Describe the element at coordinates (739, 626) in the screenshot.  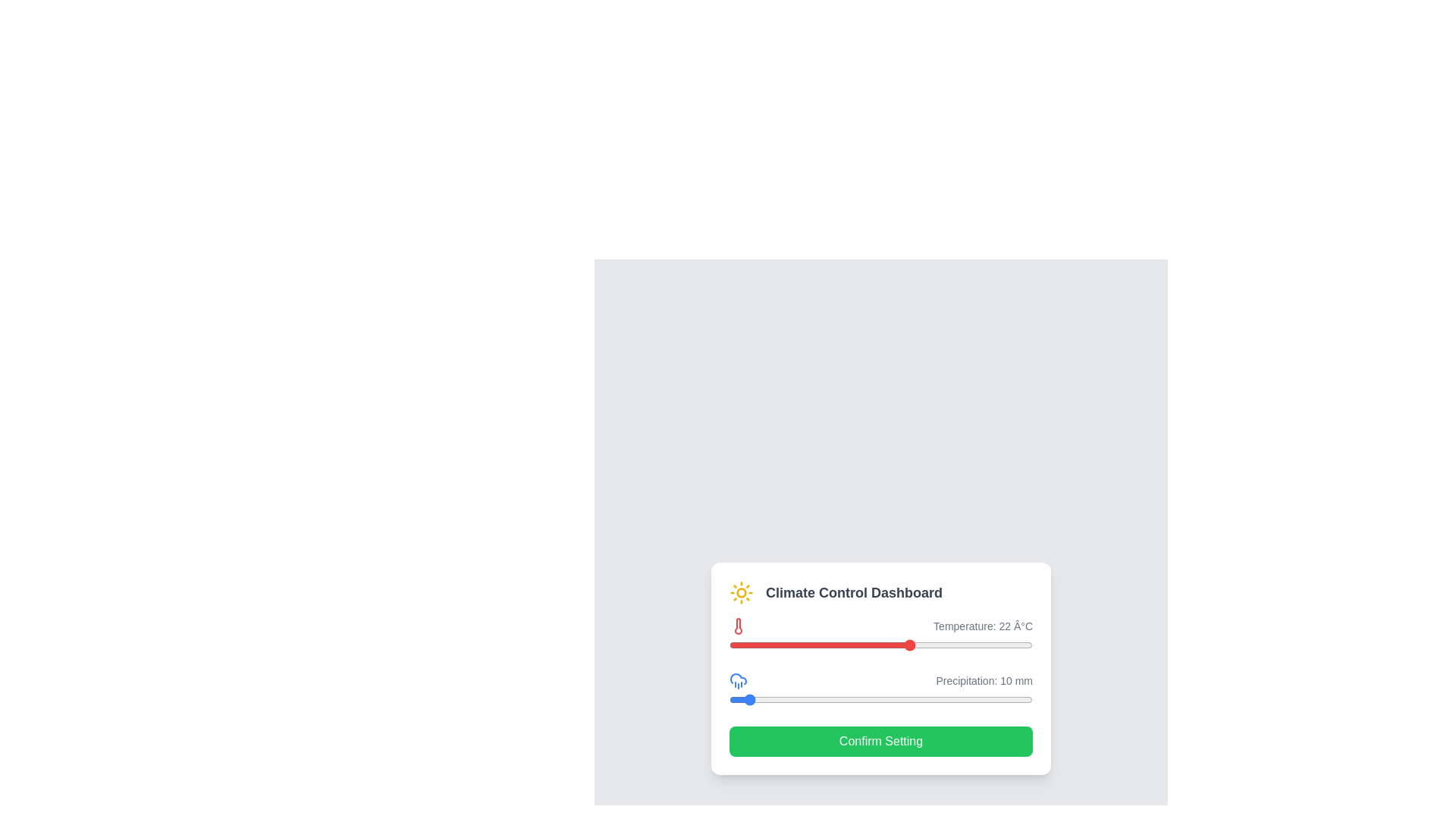
I see `the temperature icon to inspect its details` at that location.